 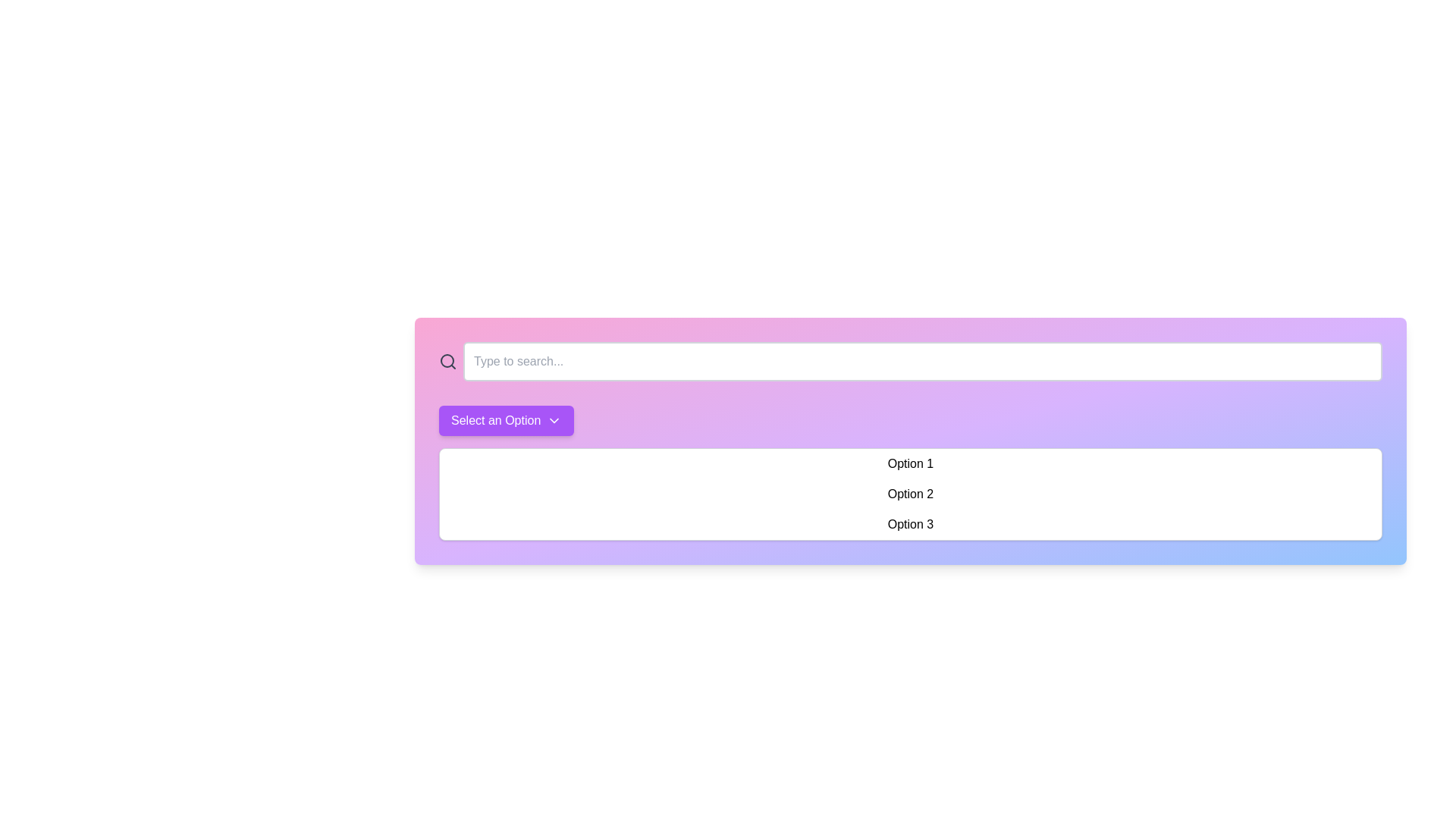 What do you see at coordinates (910, 523) in the screenshot?
I see `the third and last item in the dropdown list` at bounding box center [910, 523].